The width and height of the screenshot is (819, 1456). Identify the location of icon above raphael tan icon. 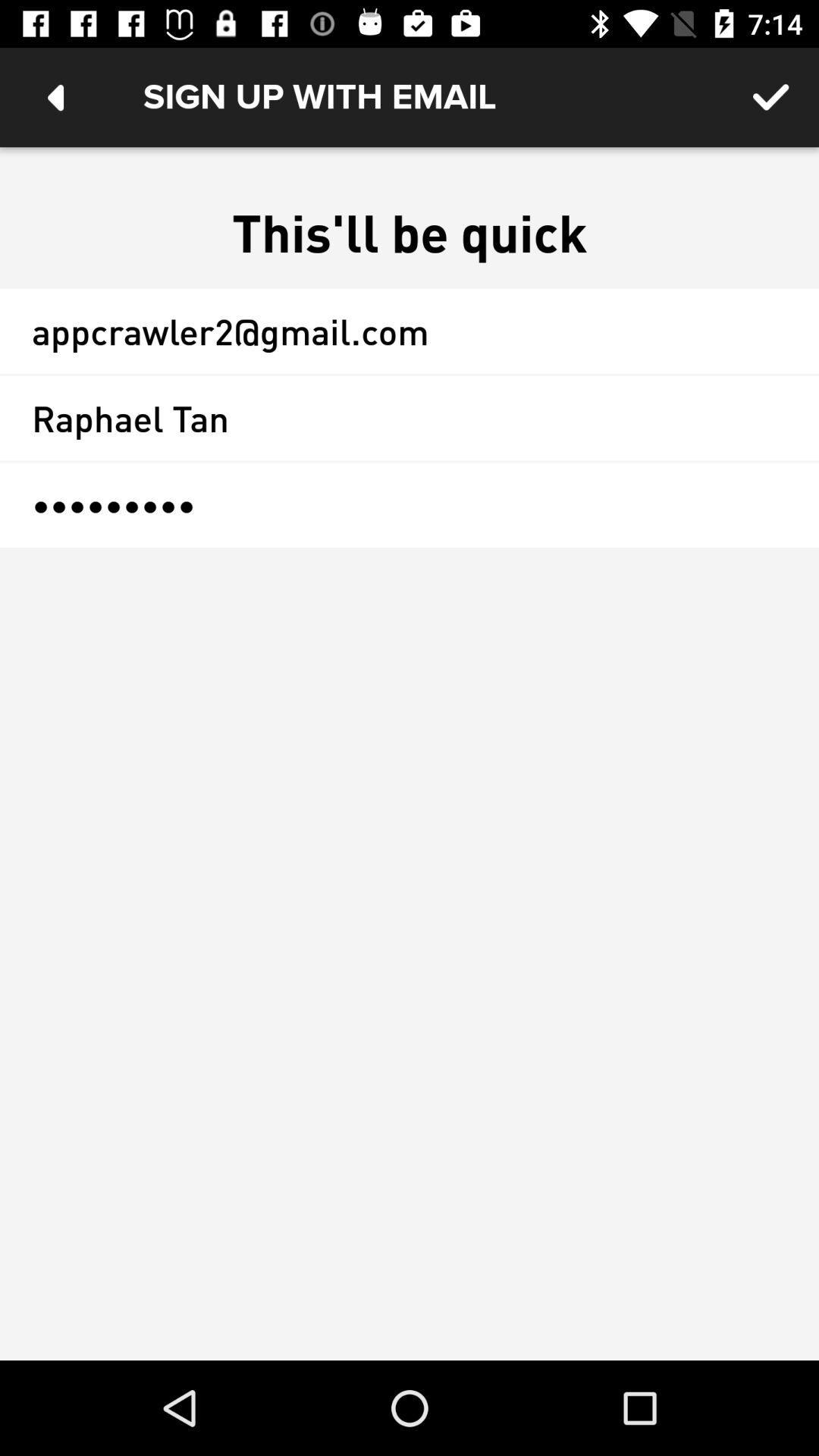
(409, 330).